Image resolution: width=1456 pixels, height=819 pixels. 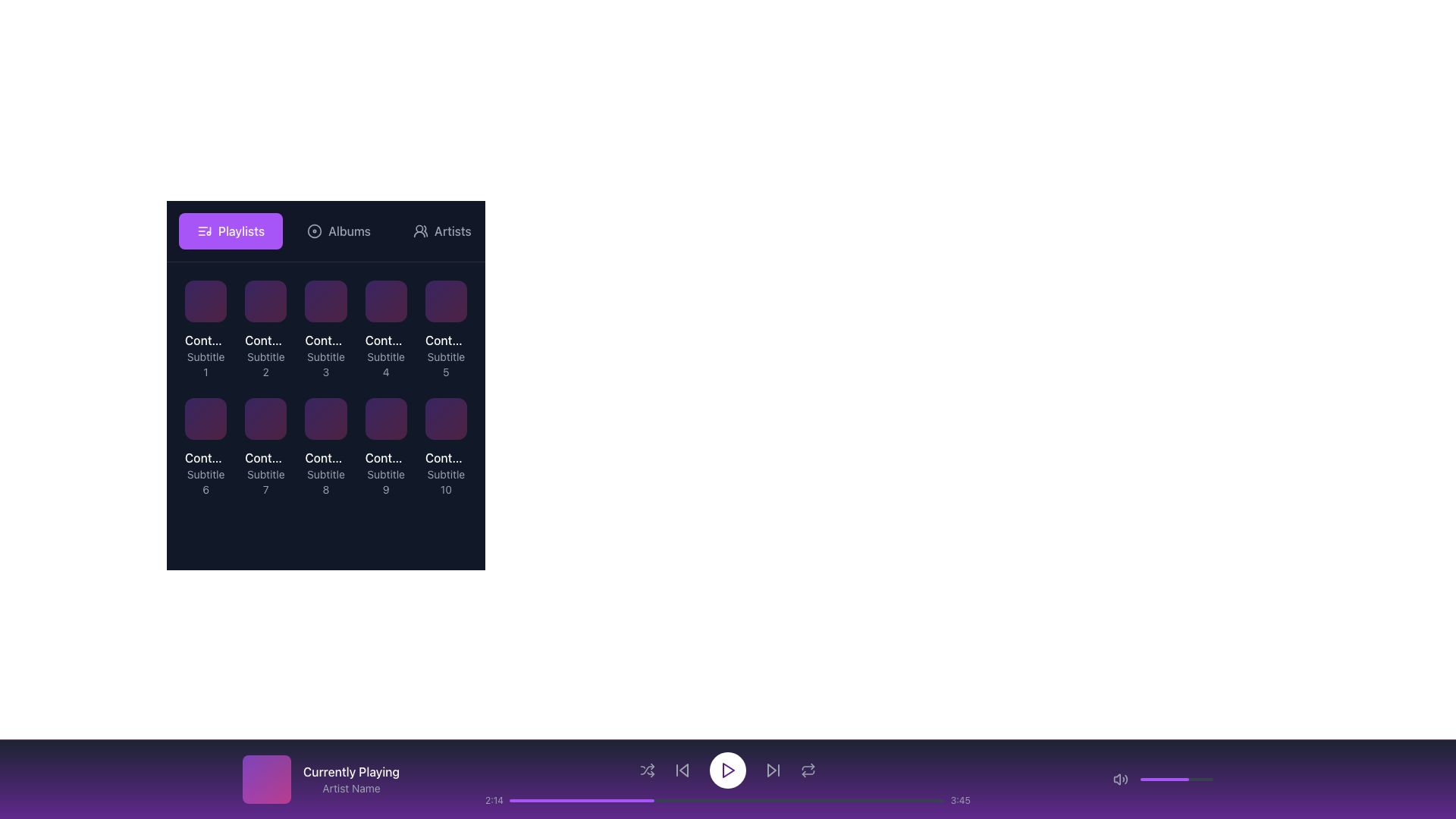 I want to click on the play button located at the center of the bottom control bar, so click(x=728, y=770).